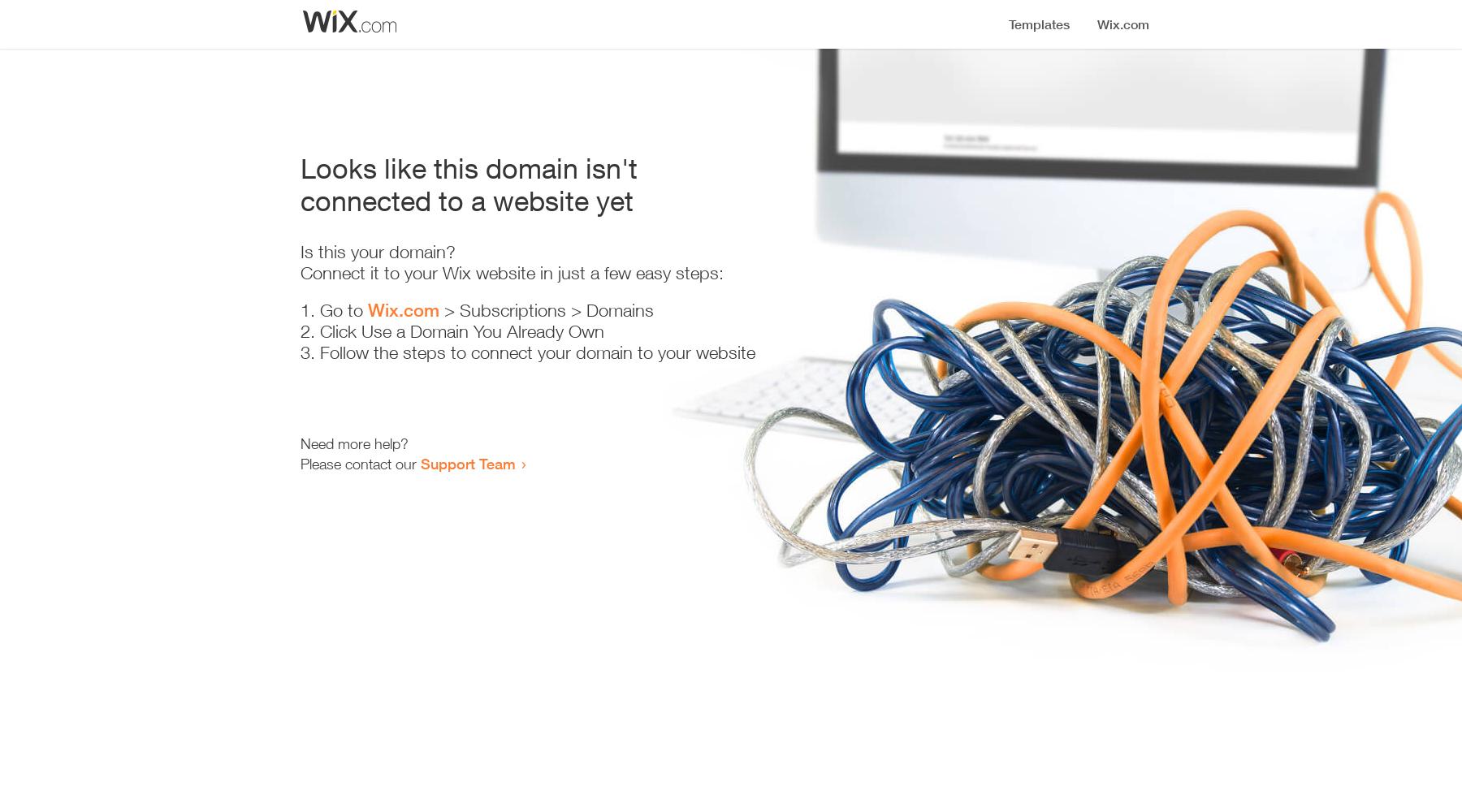 The image size is (1462, 812). I want to click on 'Wix.com', so click(402, 310).